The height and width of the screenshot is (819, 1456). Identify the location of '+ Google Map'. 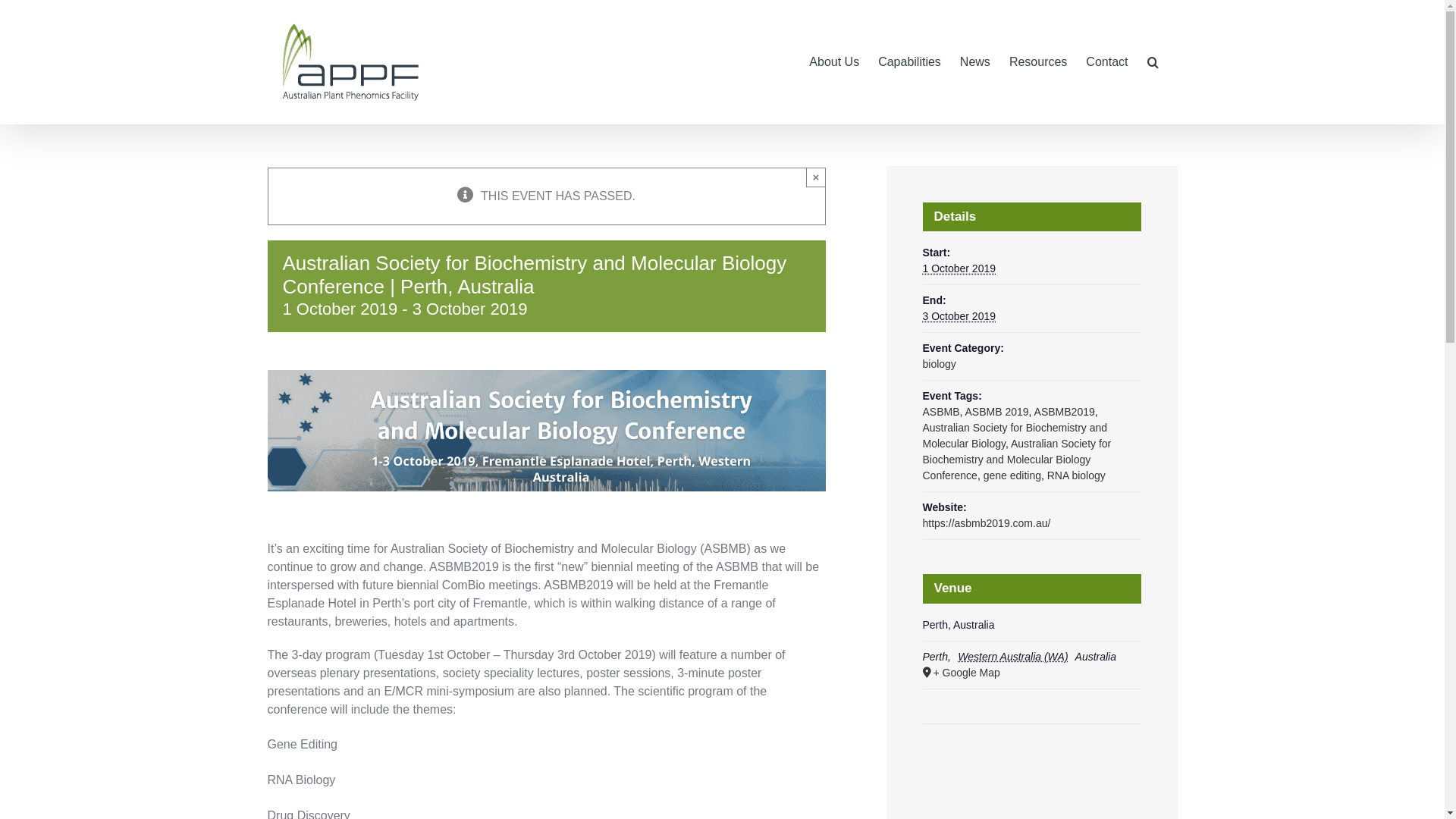
(1030, 672).